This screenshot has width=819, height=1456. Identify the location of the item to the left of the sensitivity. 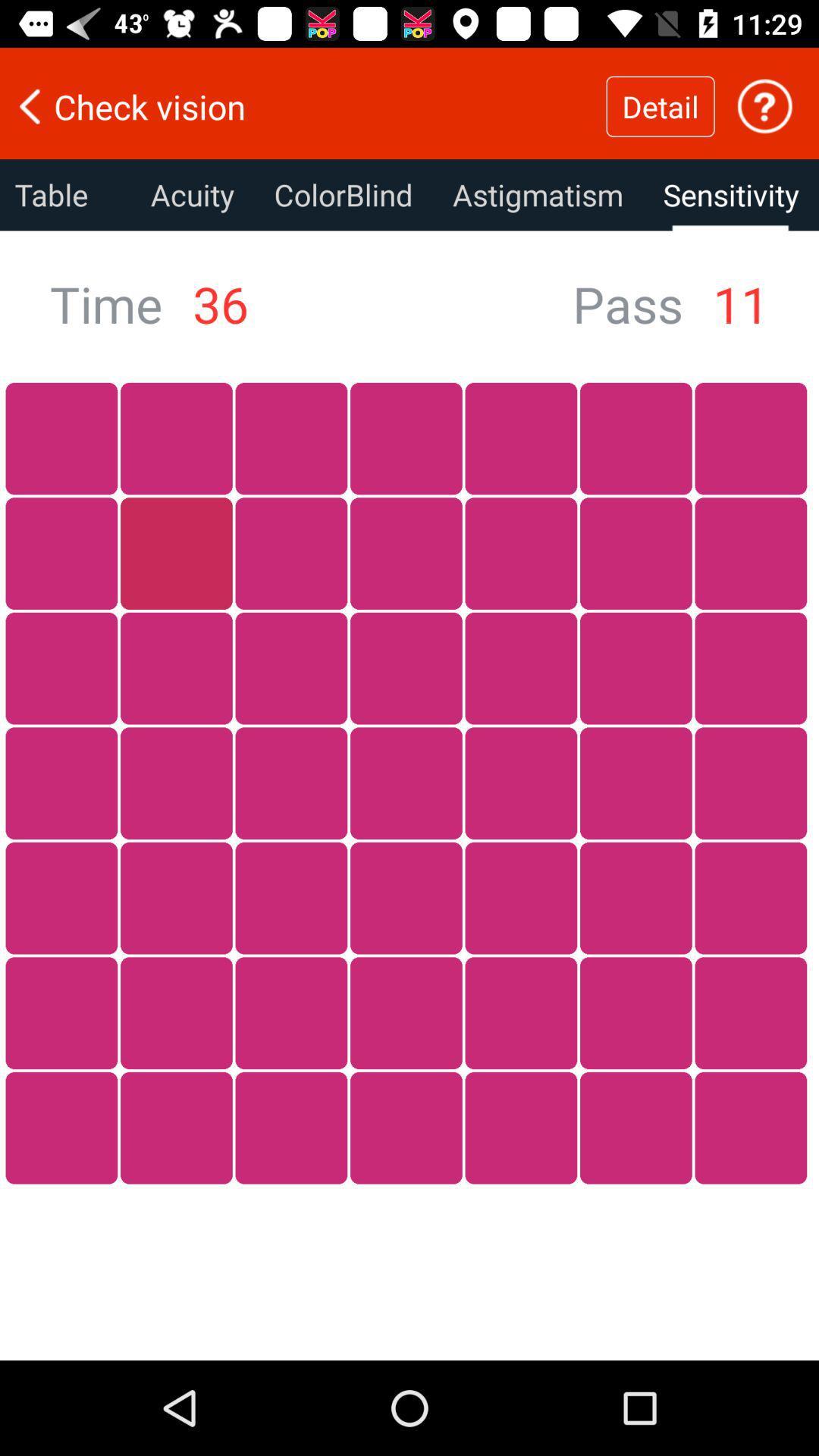
(537, 194).